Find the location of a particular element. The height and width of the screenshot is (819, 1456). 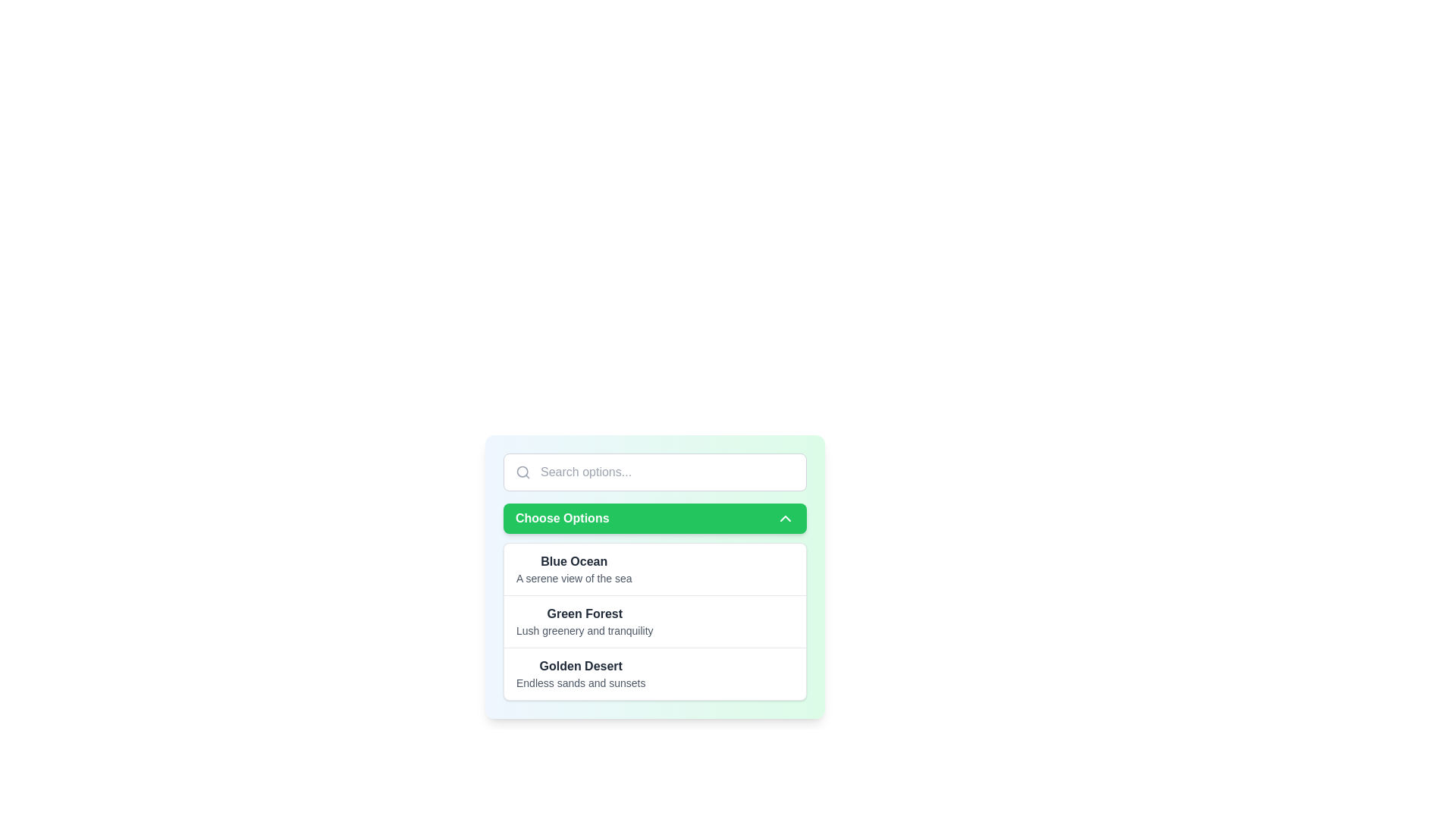

the list item labeled 'Golden Desert' is located at coordinates (655, 673).